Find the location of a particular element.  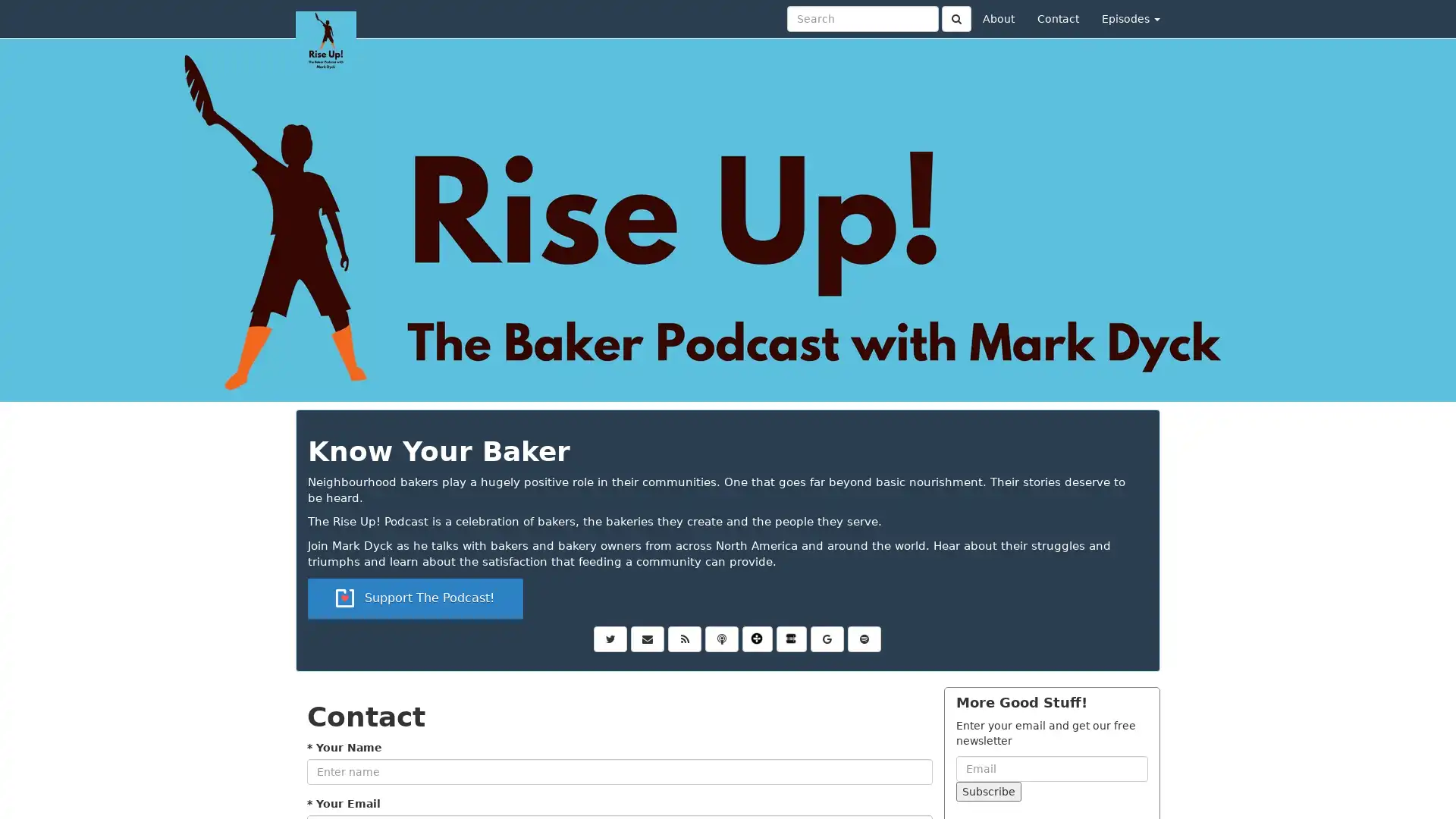

Subscribe is located at coordinates (989, 789).